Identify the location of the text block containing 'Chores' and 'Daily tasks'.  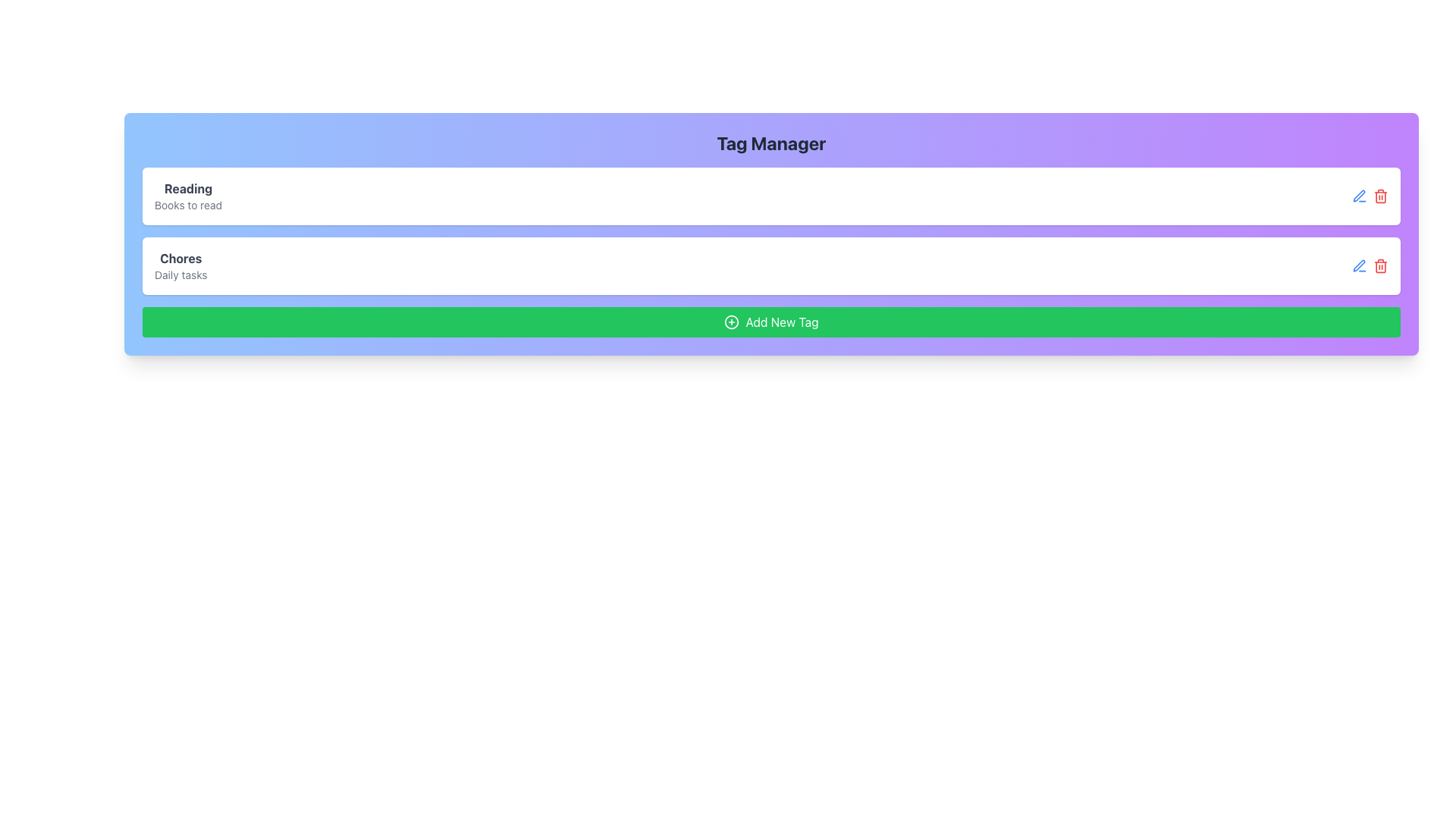
(180, 265).